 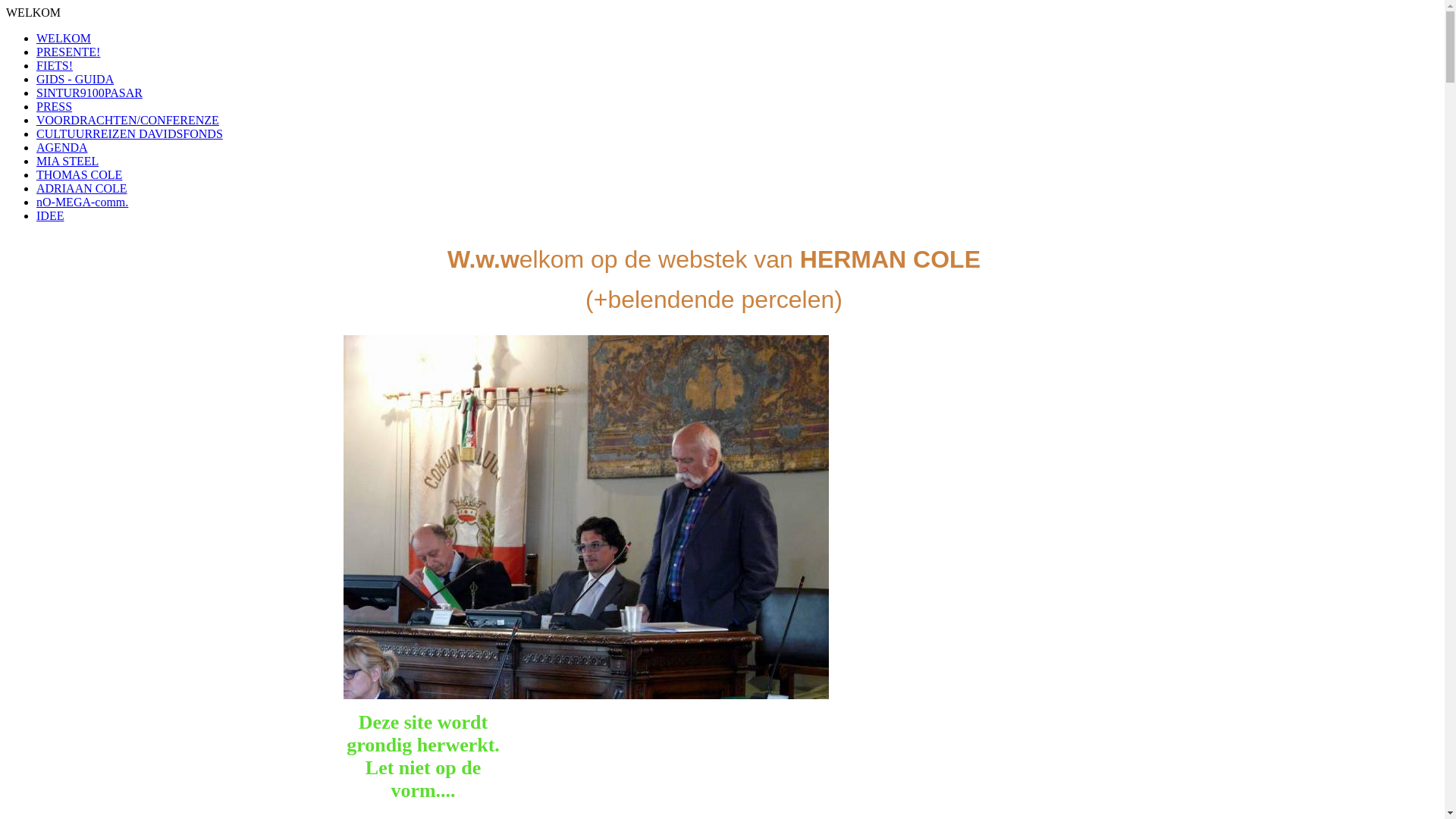 What do you see at coordinates (80, 187) in the screenshot?
I see `'ADRIAAN COLE'` at bounding box center [80, 187].